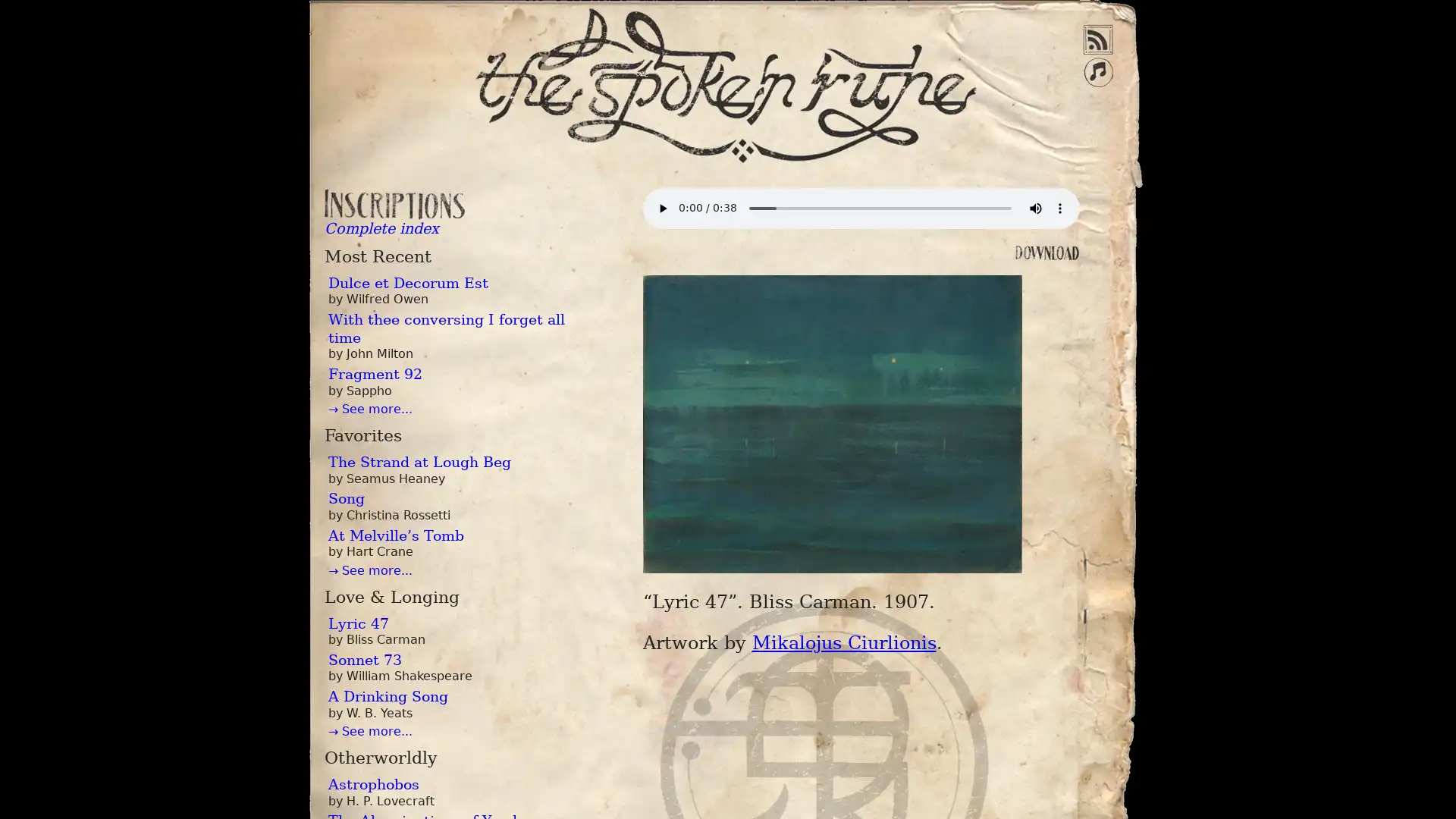 The image size is (1456, 819). What do you see at coordinates (1034, 208) in the screenshot?
I see `mute` at bounding box center [1034, 208].